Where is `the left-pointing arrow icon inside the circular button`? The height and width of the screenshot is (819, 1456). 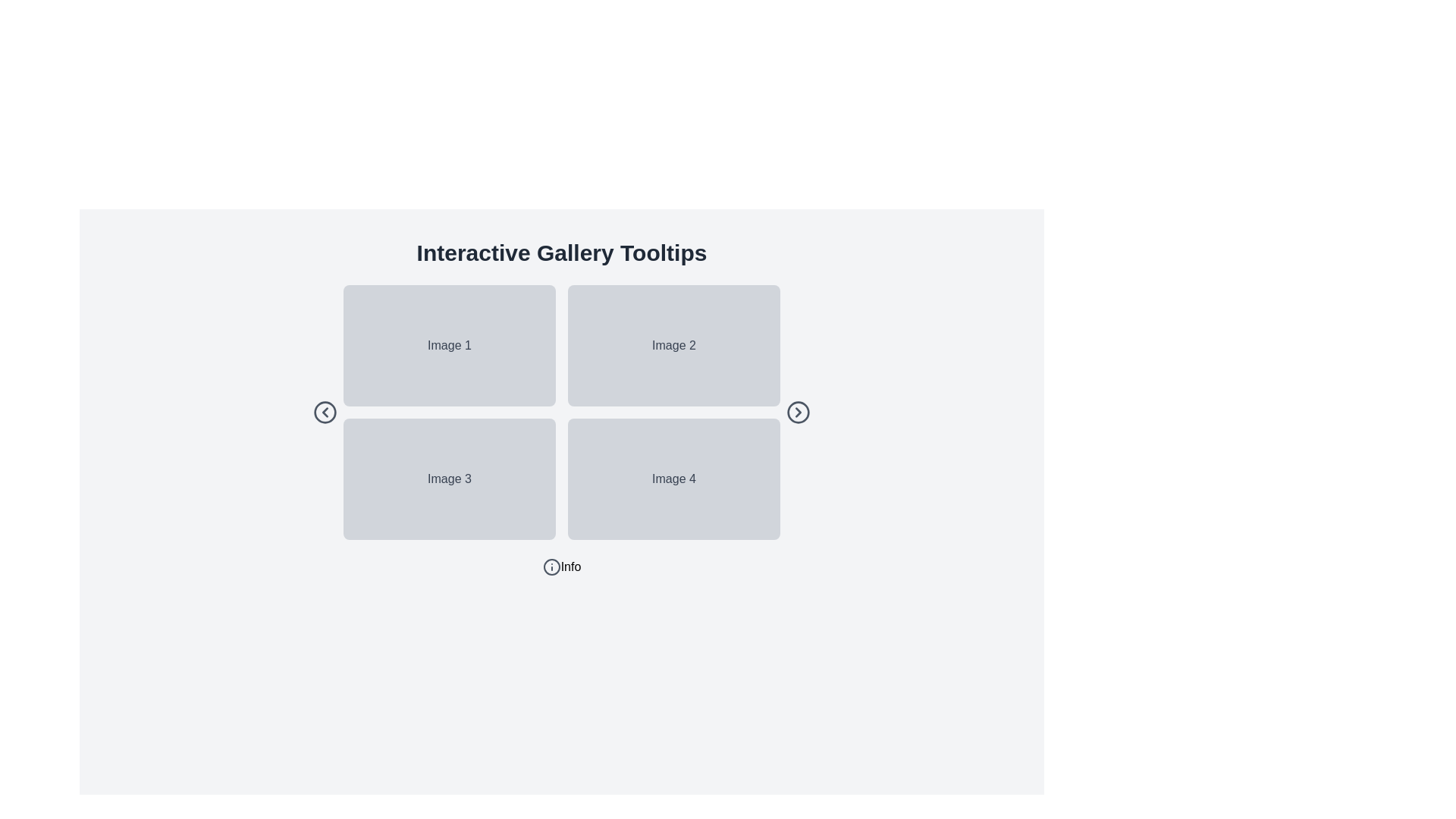
the left-pointing arrow icon inside the circular button is located at coordinates (324, 412).